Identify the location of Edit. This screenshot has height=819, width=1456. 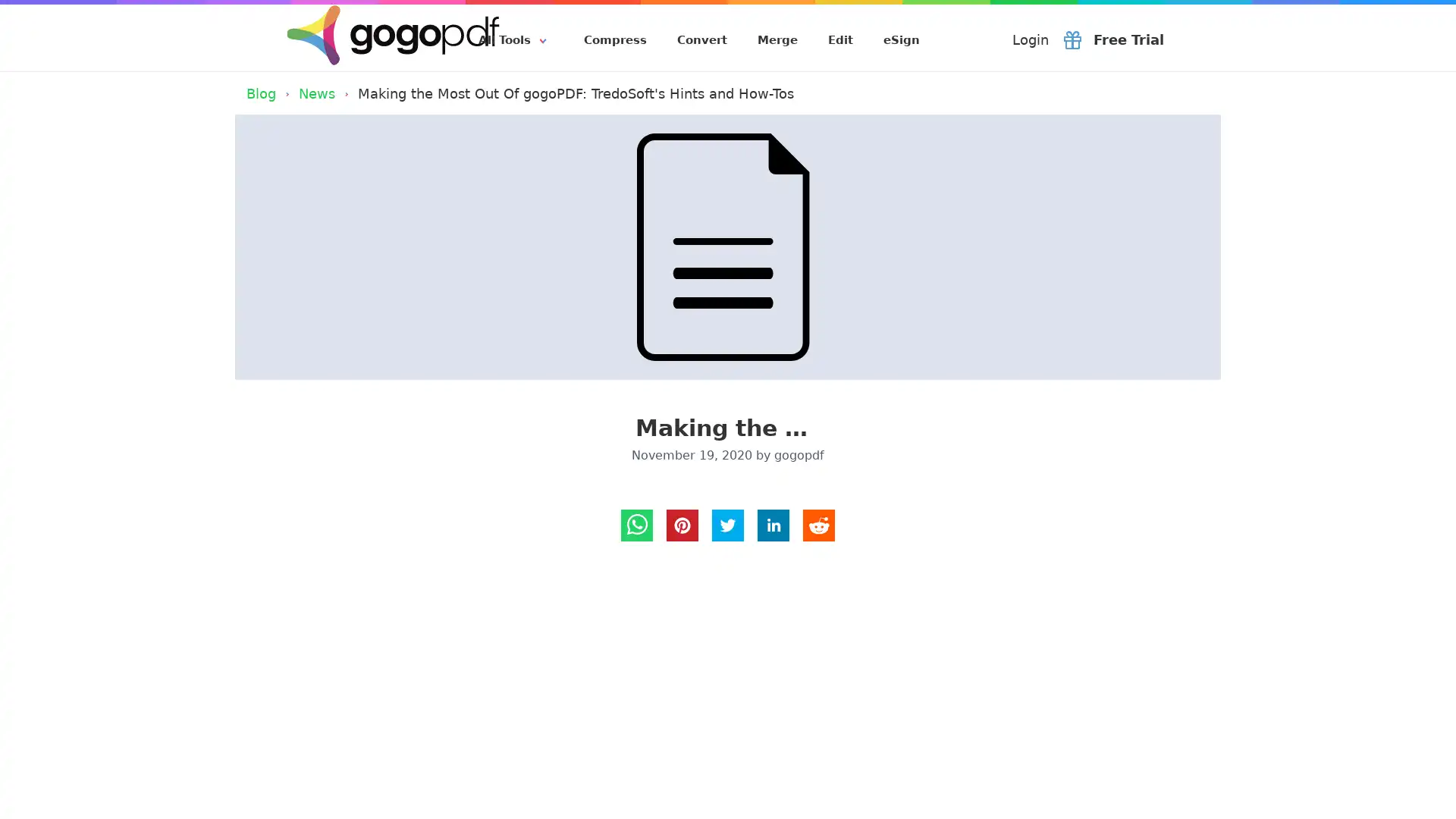
(839, 39).